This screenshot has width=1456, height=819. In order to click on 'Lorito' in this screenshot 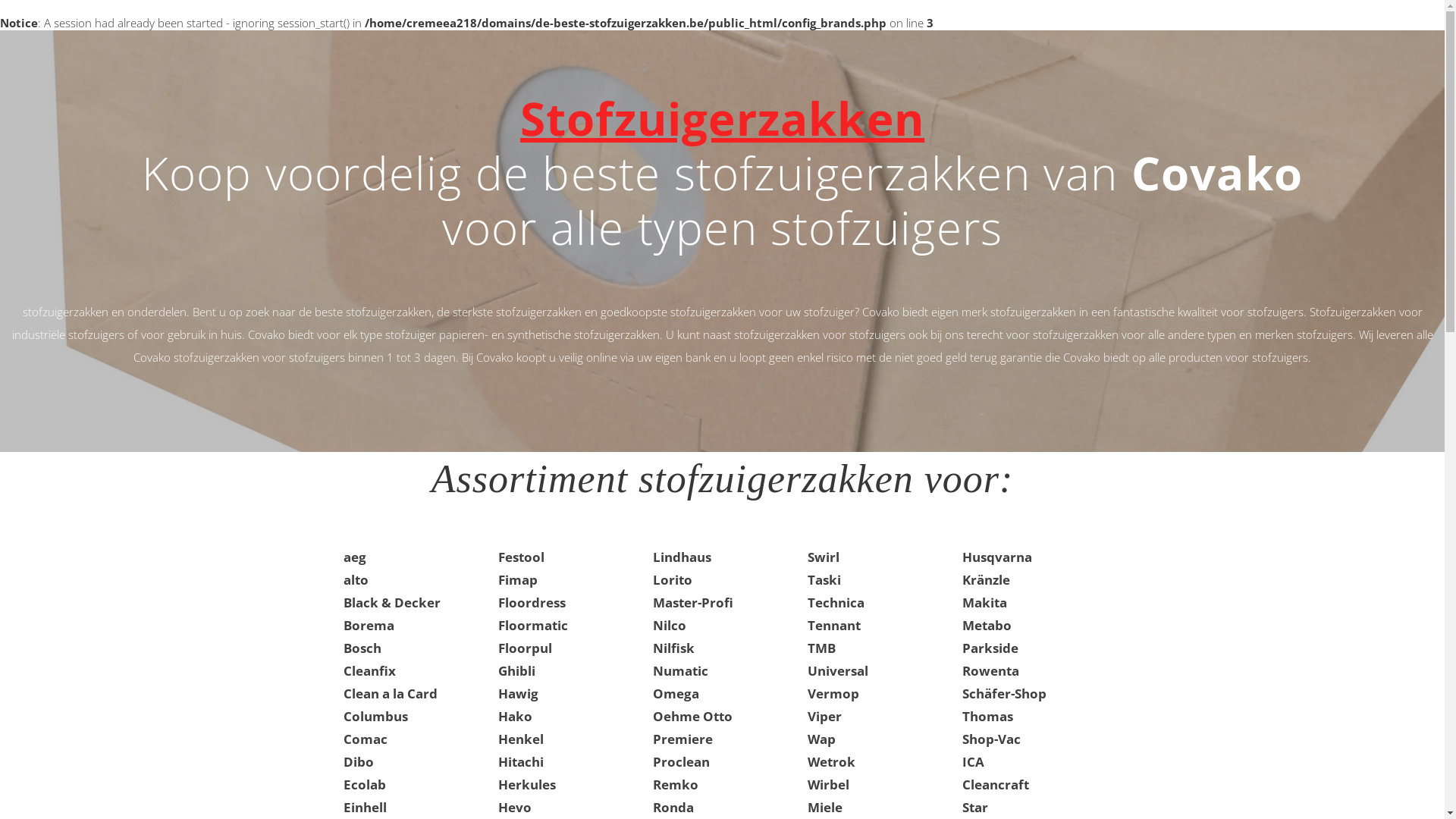, I will do `click(671, 579)`.